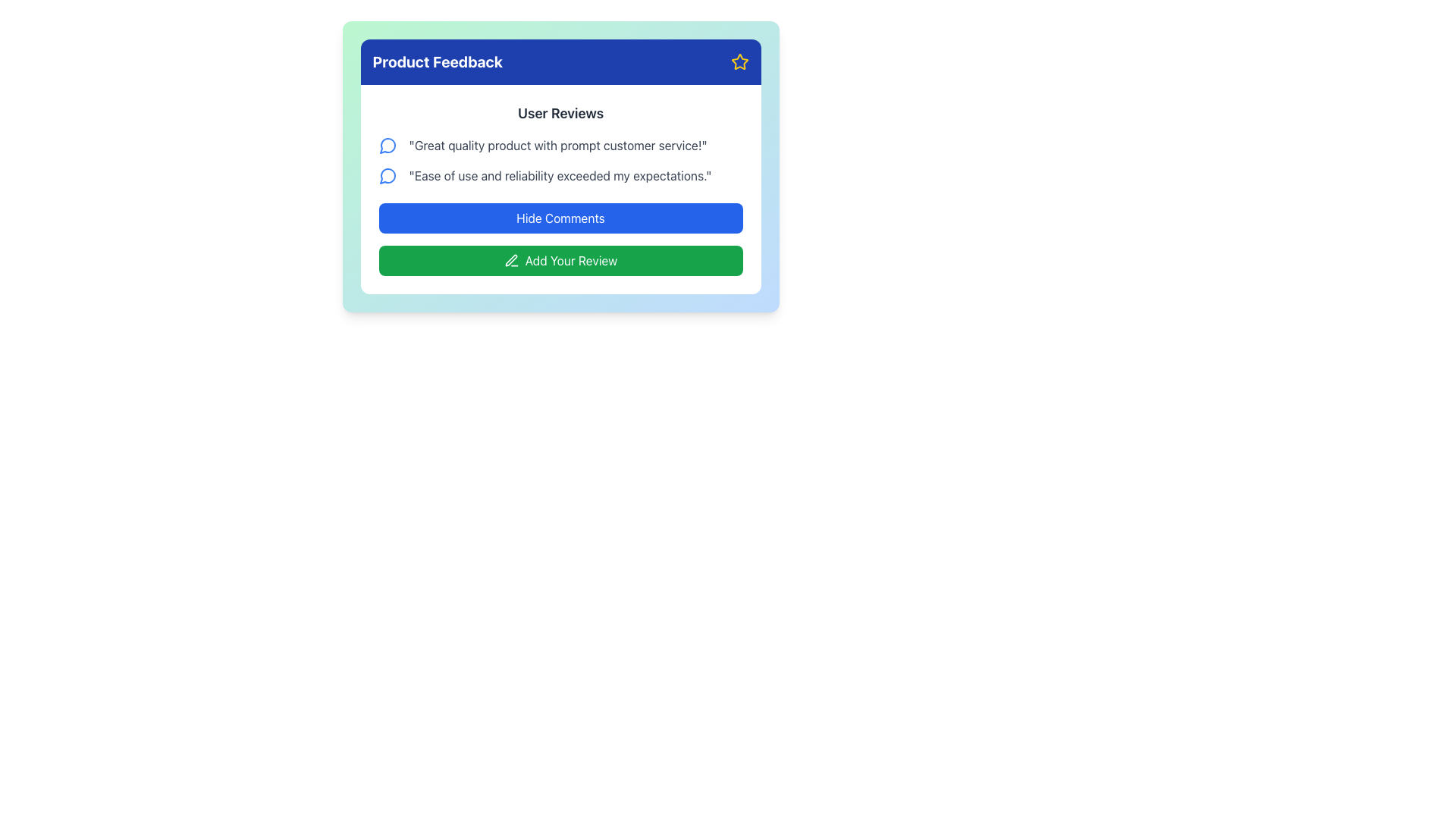  What do you see at coordinates (387, 146) in the screenshot?
I see `the graphical icon representing user comments or feedback located under the 'User Reviews' section, adjacent to the text 'Great quality product with prompt customer service!'` at bounding box center [387, 146].